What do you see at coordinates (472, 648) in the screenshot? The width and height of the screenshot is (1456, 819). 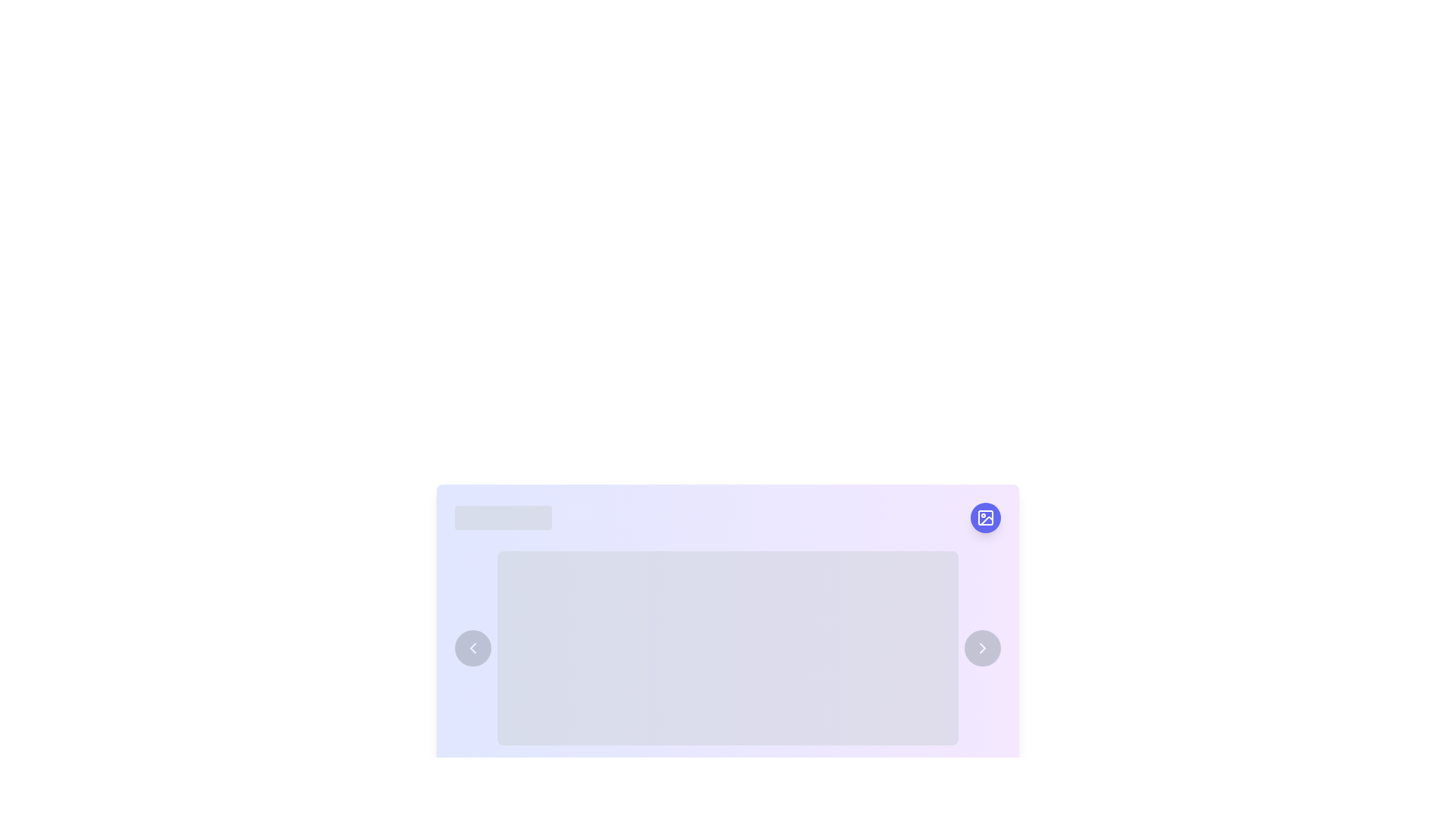 I see `the circular button with a gray background and a white chevron icon pointing left` at bounding box center [472, 648].